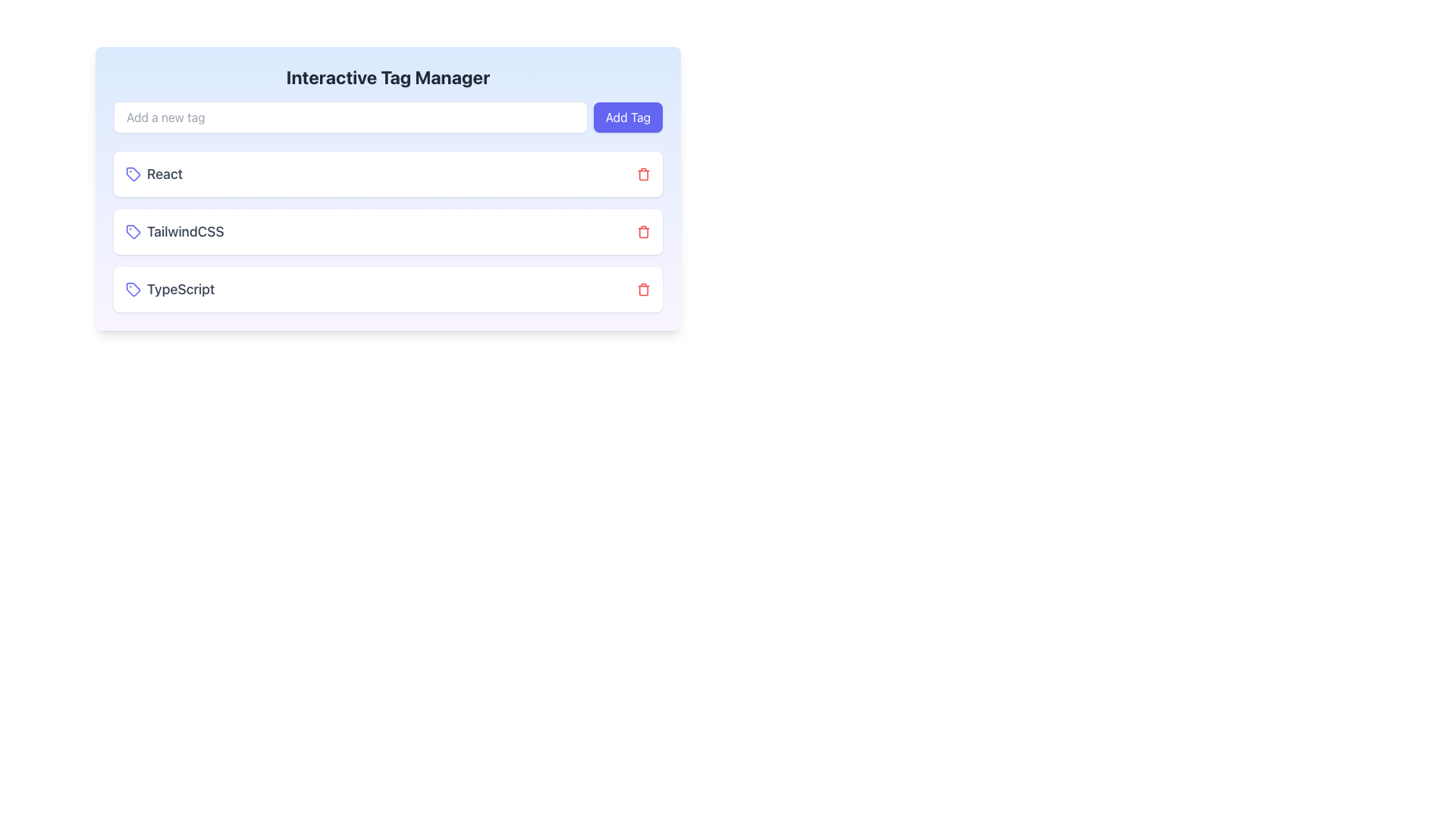  What do you see at coordinates (628, 116) in the screenshot?
I see `the 'Add Tag' button` at bounding box center [628, 116].